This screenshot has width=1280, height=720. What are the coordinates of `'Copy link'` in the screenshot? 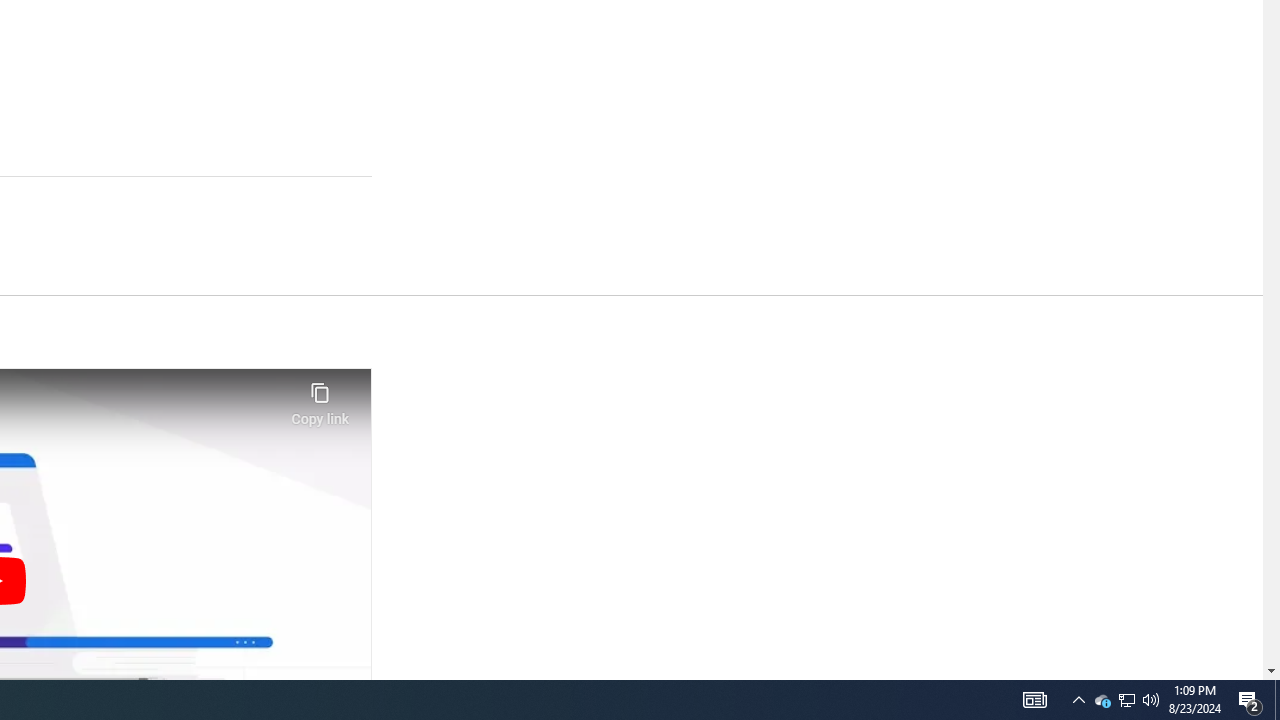 It's located at (320, 398).